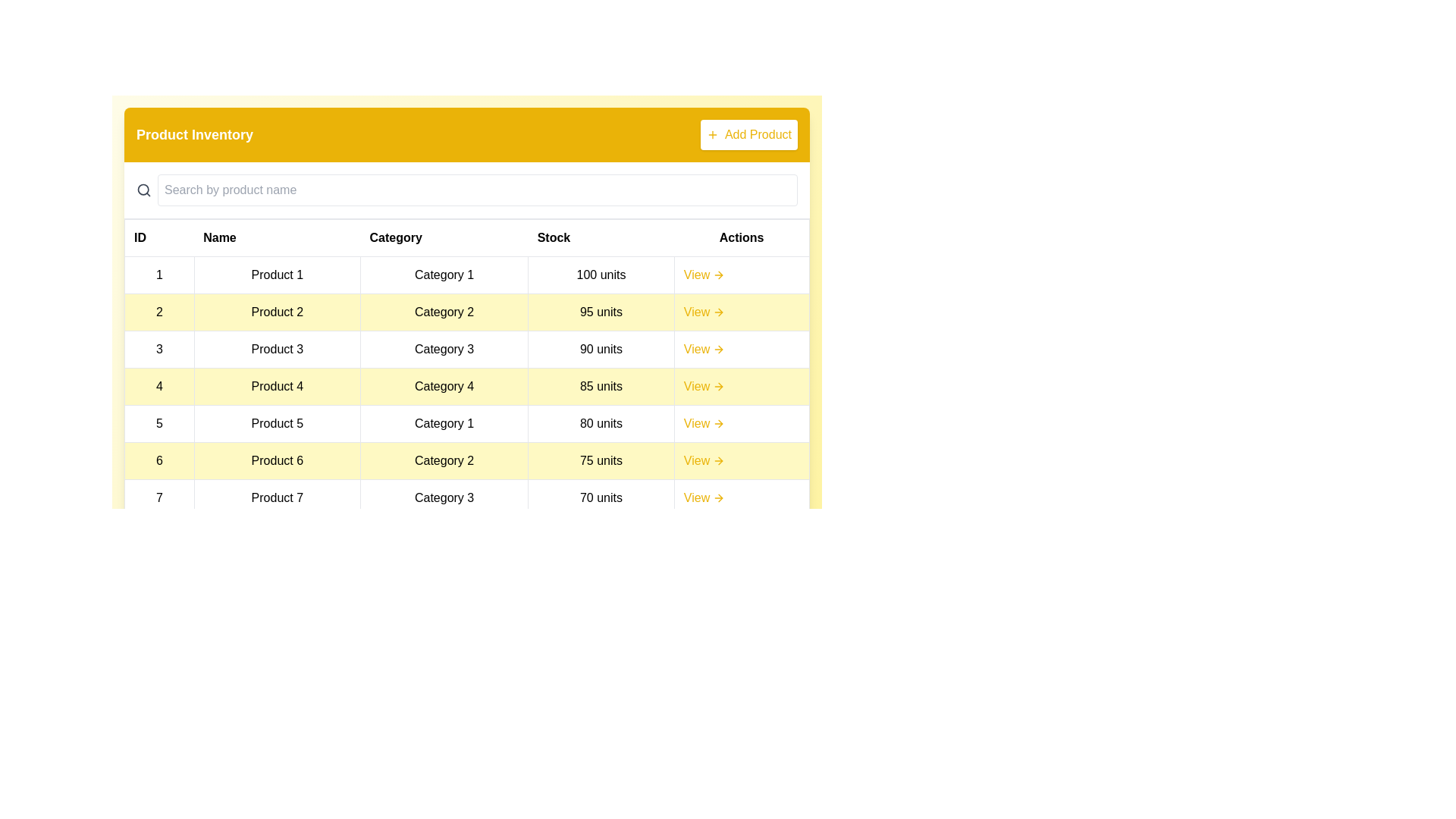  What do you see at coordinates (159, 237) in the screenshot?
I see `the table header to sort by ID` at bounding box center [159, 237].